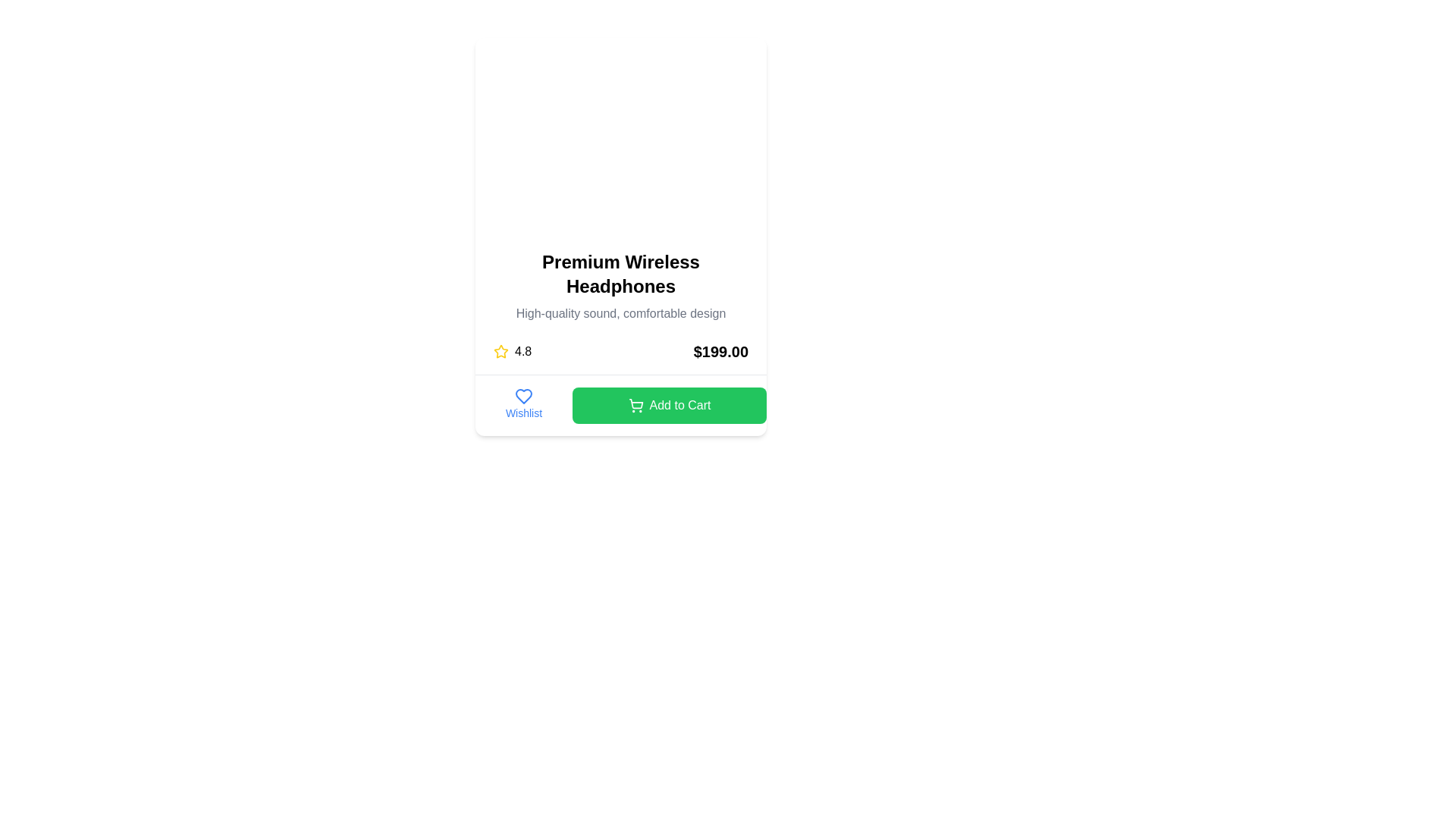  What do you see at coordinates (621, 351) in the screenshot?
I see `the rating indicator and price label in the Information row` at bounding box center [621, 351].